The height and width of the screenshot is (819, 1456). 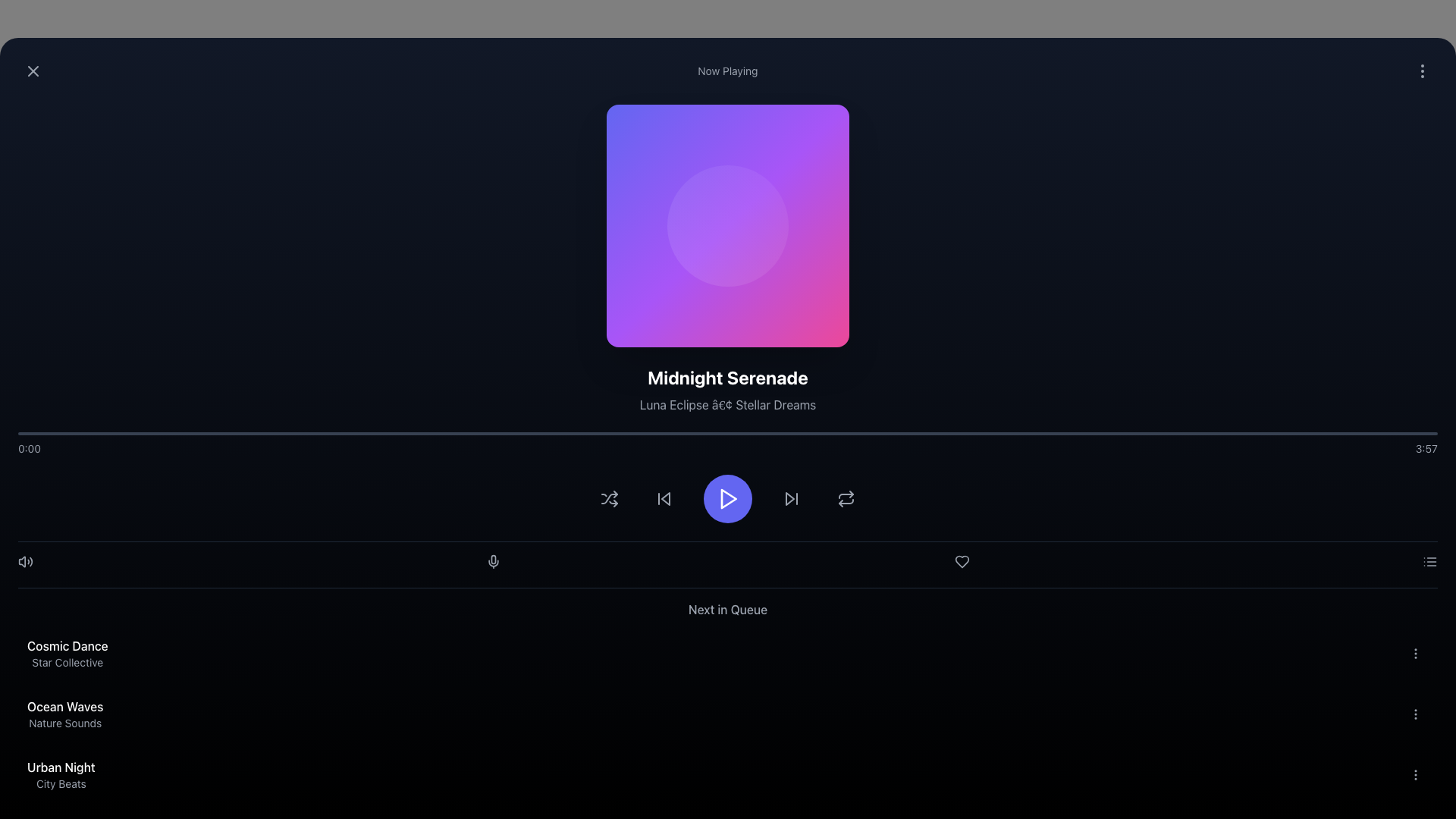 I want to click on the heart-shaped icon located on the right-hand side of the interface, near the bottom, aligned horizontally with the 'Next in Queue' label, so click(x=961, y=561).